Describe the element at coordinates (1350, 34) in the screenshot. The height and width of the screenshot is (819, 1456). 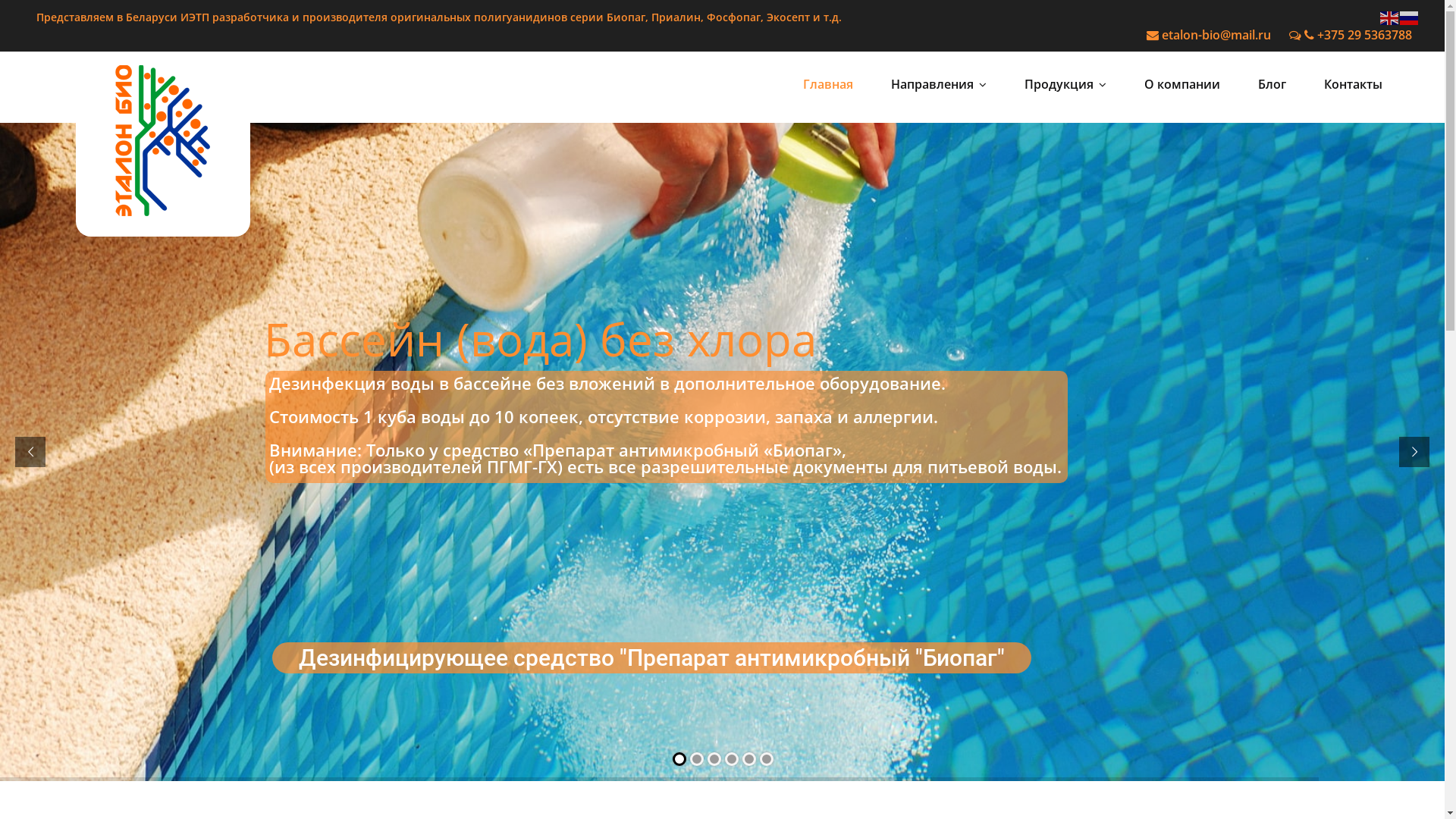
I see `'+375 29 5363788'` at that location.